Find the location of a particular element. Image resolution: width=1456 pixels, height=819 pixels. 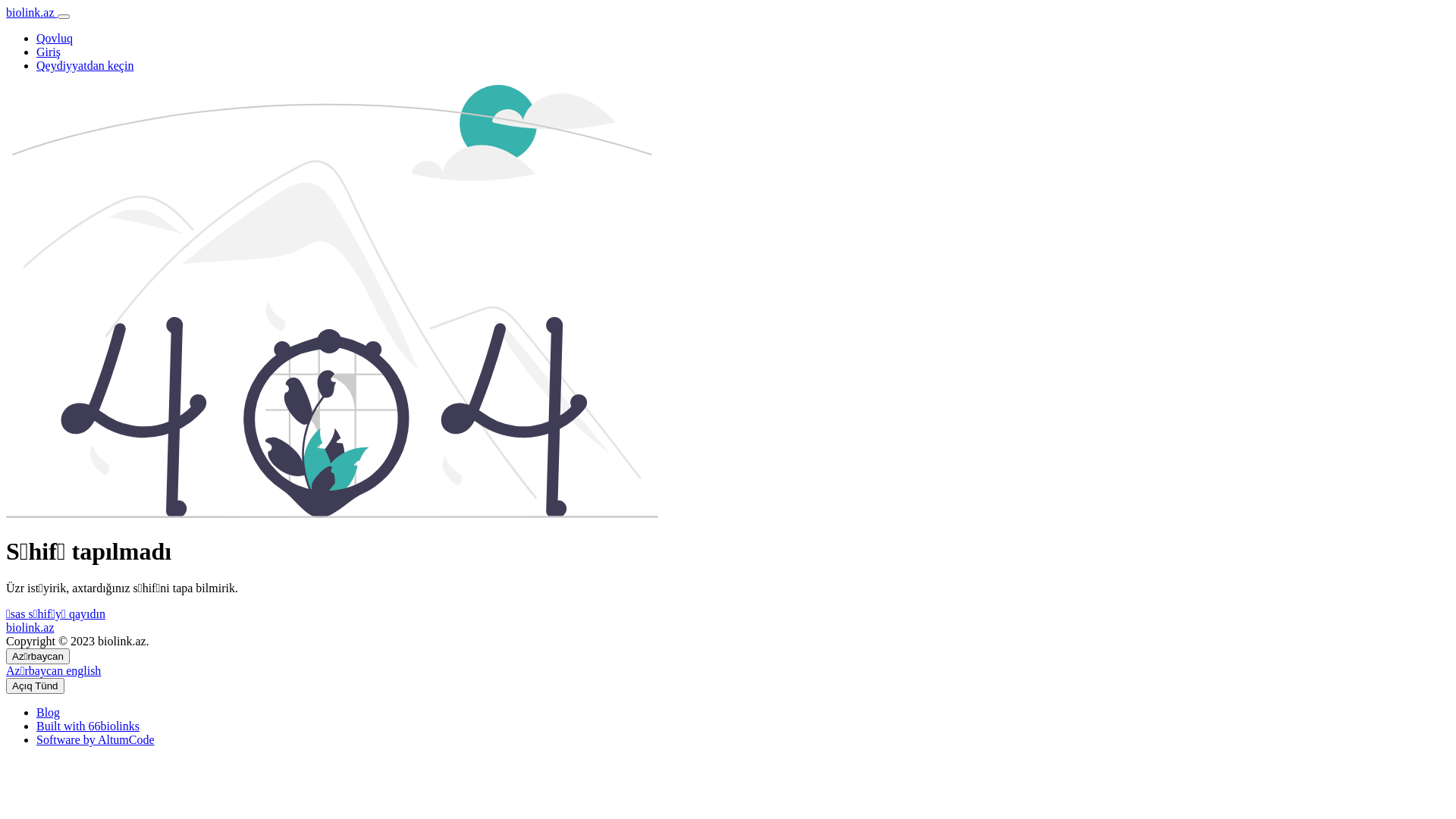

'Software by AltumCode' is located at coordinates (94, 739).